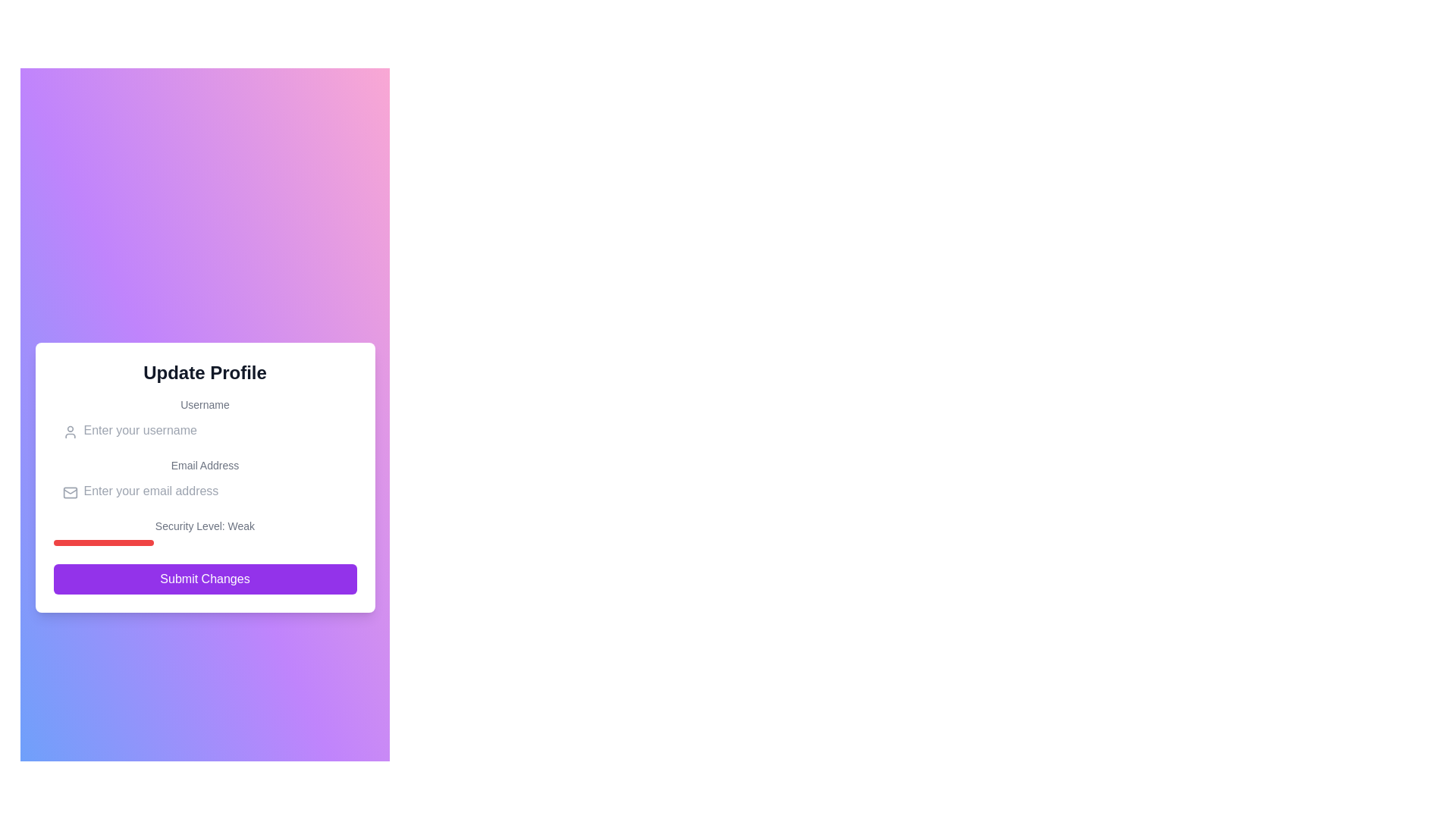 The image size is (1456, 819). Describe the element at coordinates (204, 579) in the screenshot. I see `the submit button for the profile update form located at the bottom of the card, below the 'Security Level: Weak' label` at that location.